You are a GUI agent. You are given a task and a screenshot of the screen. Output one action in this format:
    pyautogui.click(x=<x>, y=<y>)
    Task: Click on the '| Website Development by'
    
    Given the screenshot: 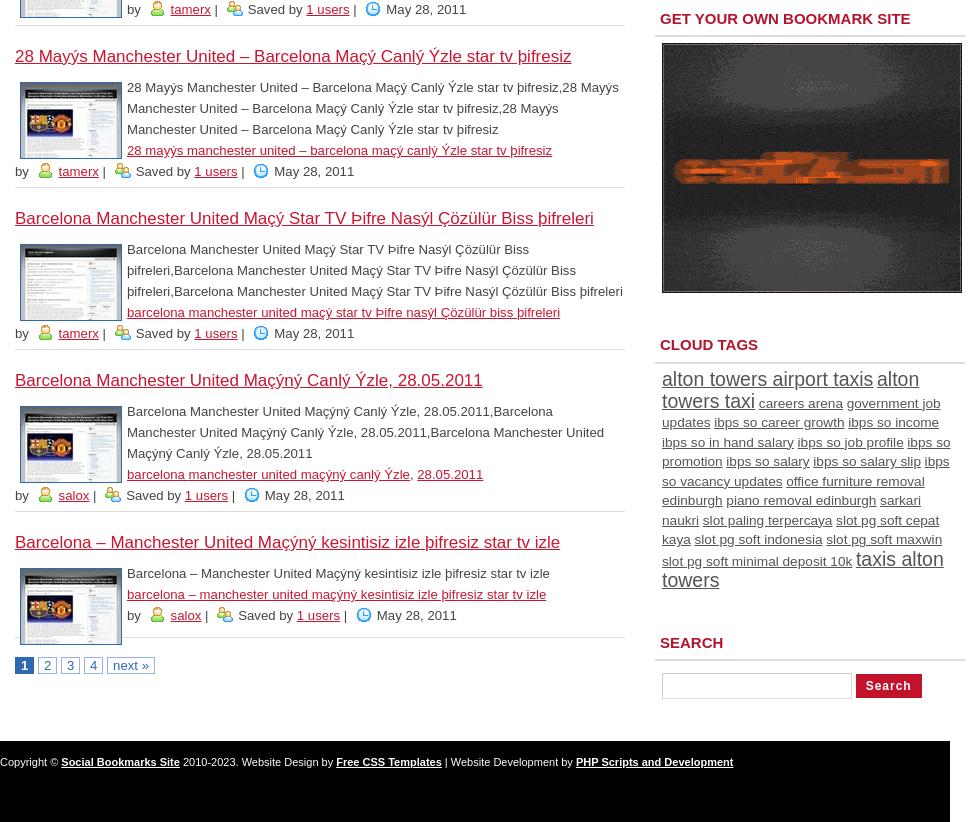 What is the action you would take?
    pyautogui.click(x=508, y=760)
    